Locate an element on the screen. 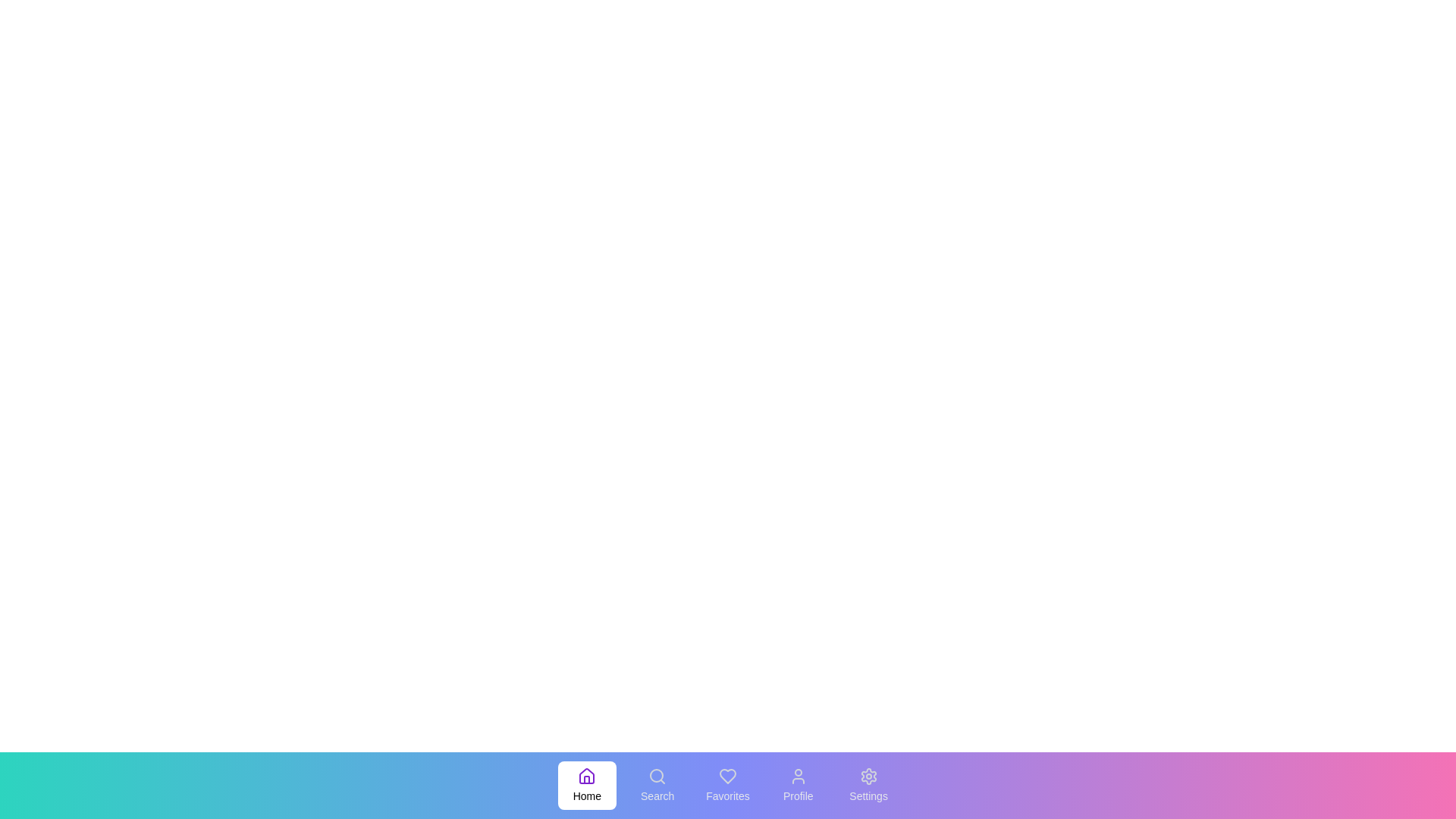  the 'Home' button in the bottom navigation bar is located at coordinates (585, 785).